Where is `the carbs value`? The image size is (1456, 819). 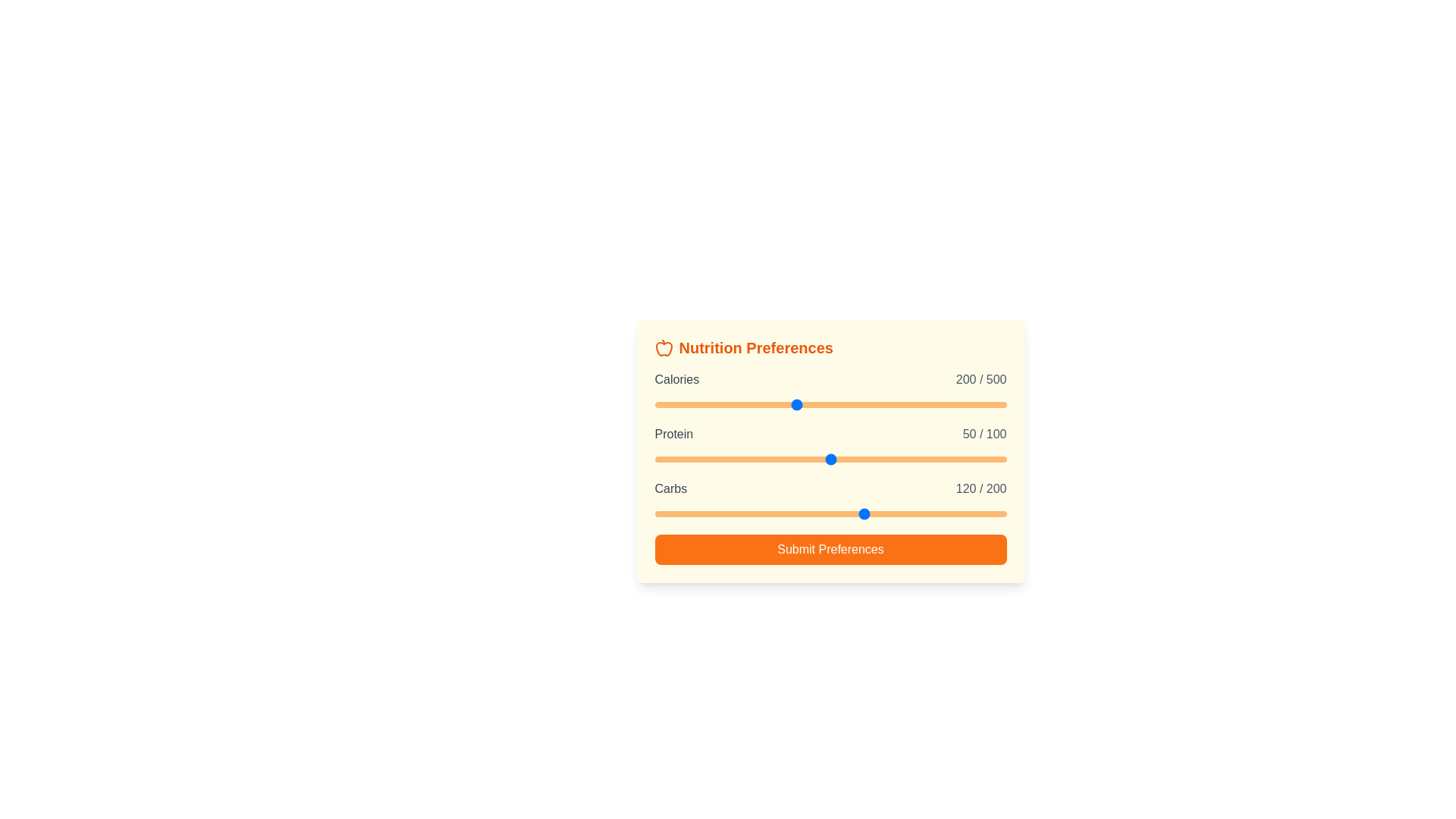 the carbs value is located at coordinates (847, 513).